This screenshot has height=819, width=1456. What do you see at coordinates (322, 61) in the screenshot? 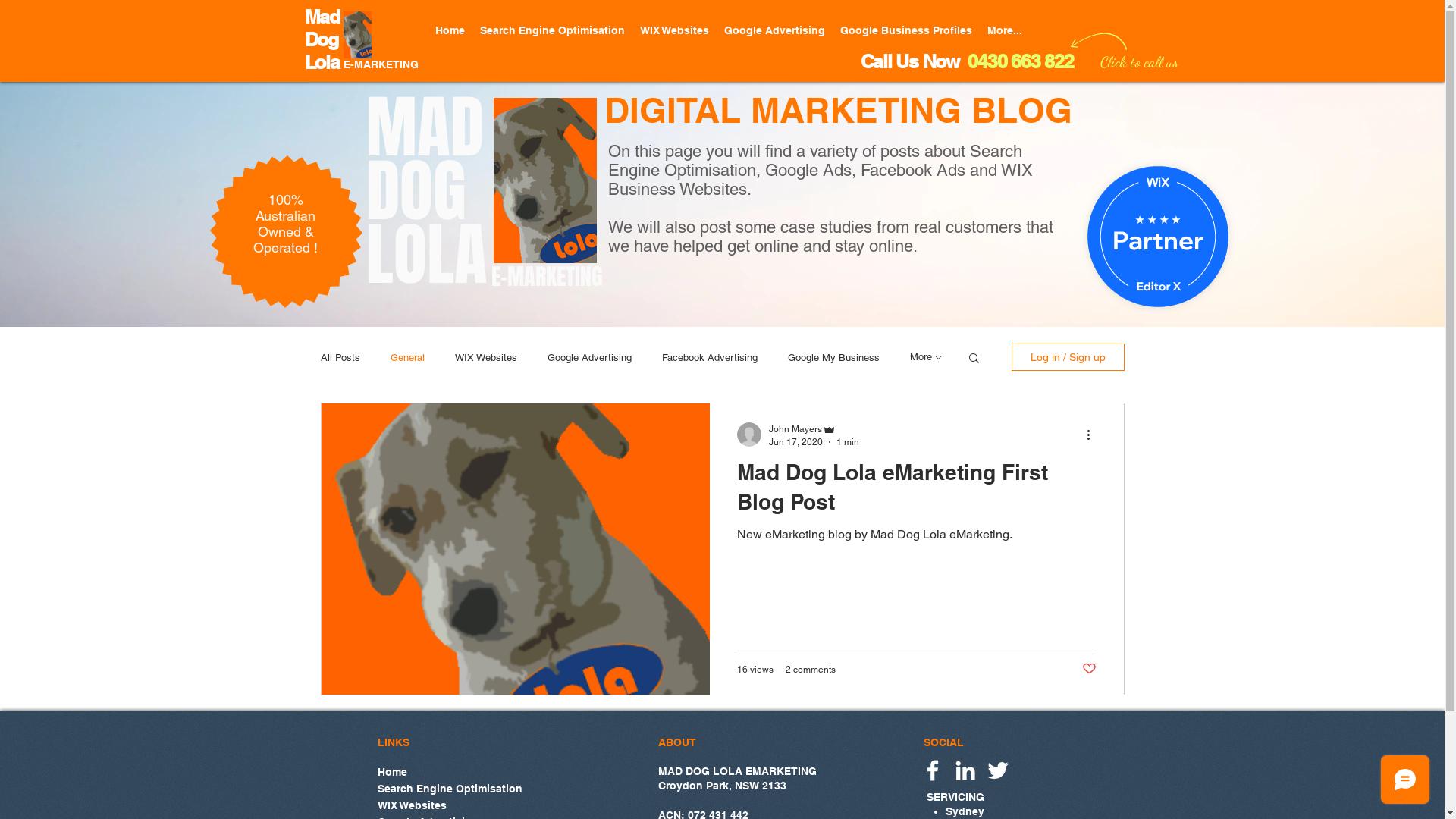
I see `'Lola'` at bounding box center [322, 61].